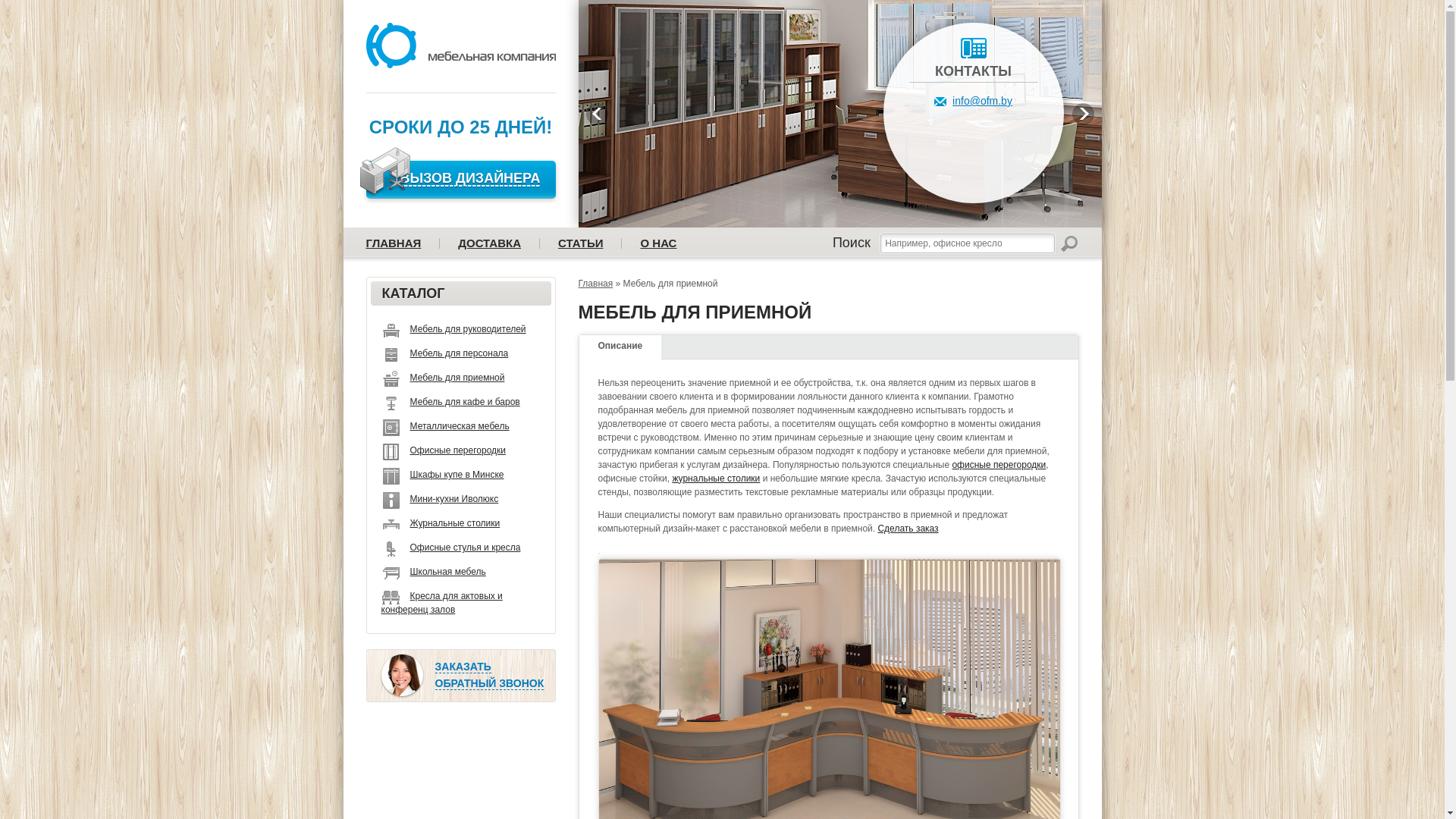 This screenshot has width=1456, height=819. I want to click on 'info@ofm.by', so click(973, 100).